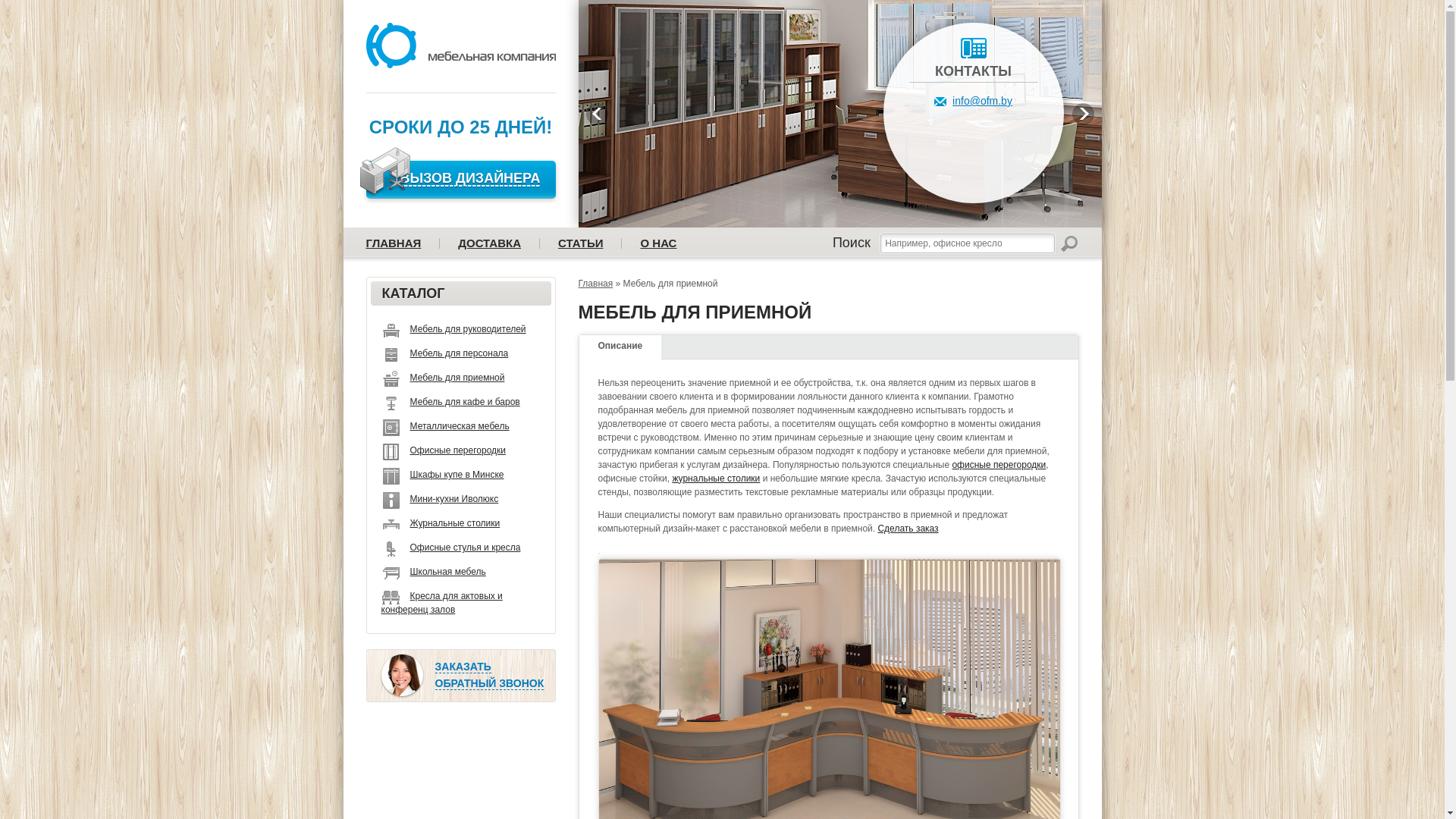 This screenshot has width=1456, height=819. I want to click on 'info@ofm.by', so click(973, 100).